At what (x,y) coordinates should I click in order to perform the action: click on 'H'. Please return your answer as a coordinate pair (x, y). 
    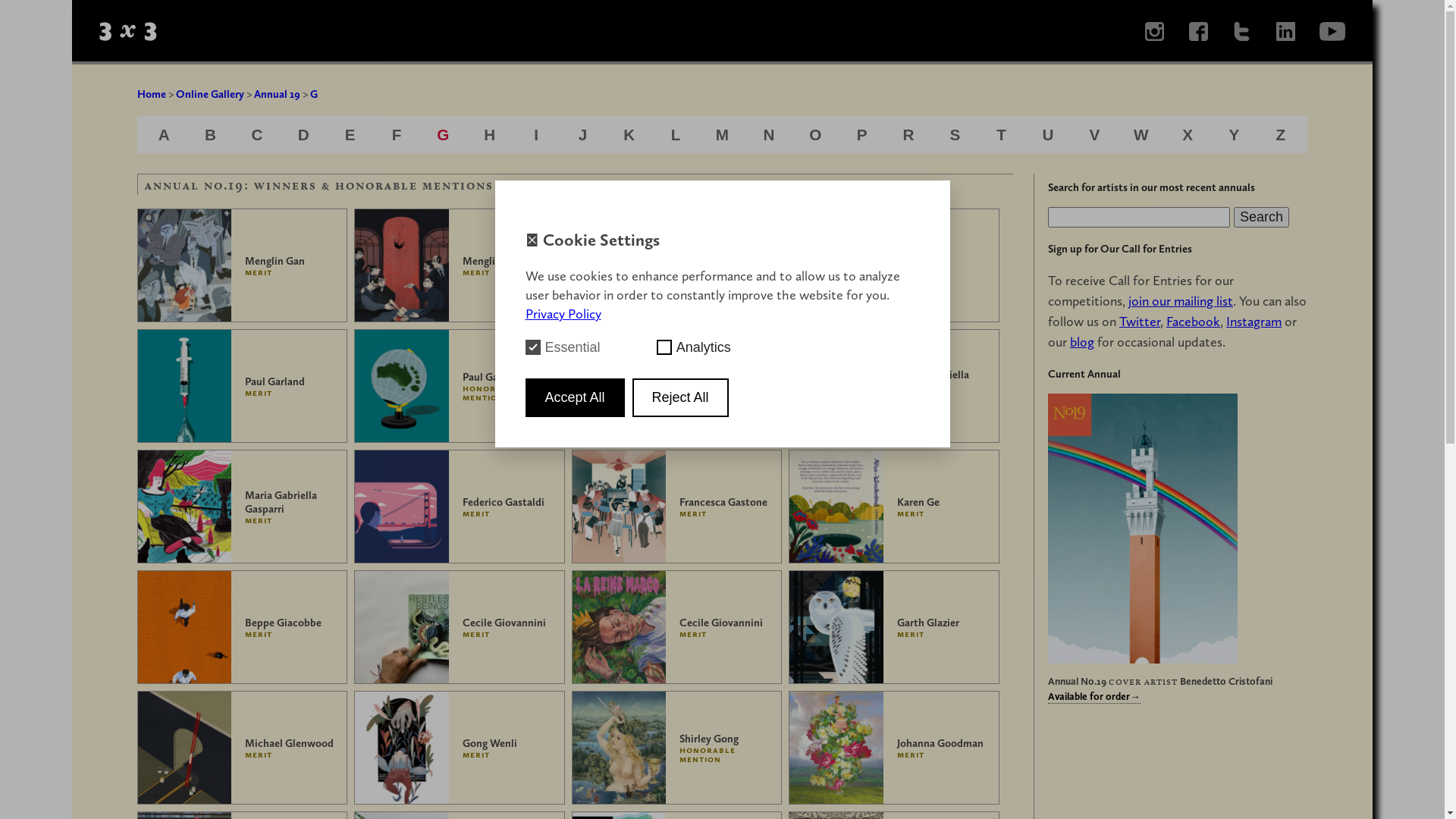
    Looking at the image, I should click on (489, 133).